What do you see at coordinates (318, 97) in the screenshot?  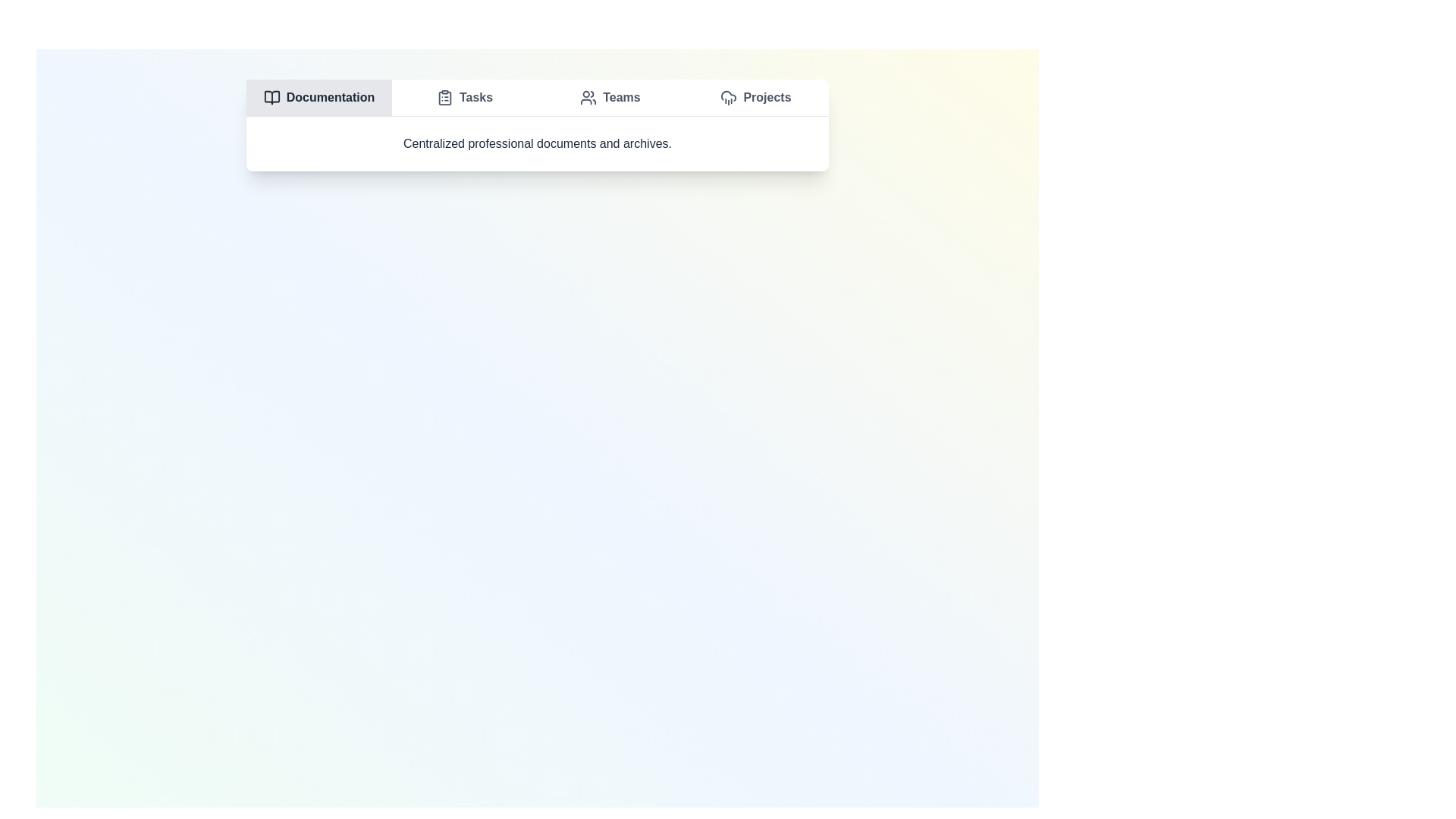 I see `the tab labeled Documentation` at bounding box center [318, 97].